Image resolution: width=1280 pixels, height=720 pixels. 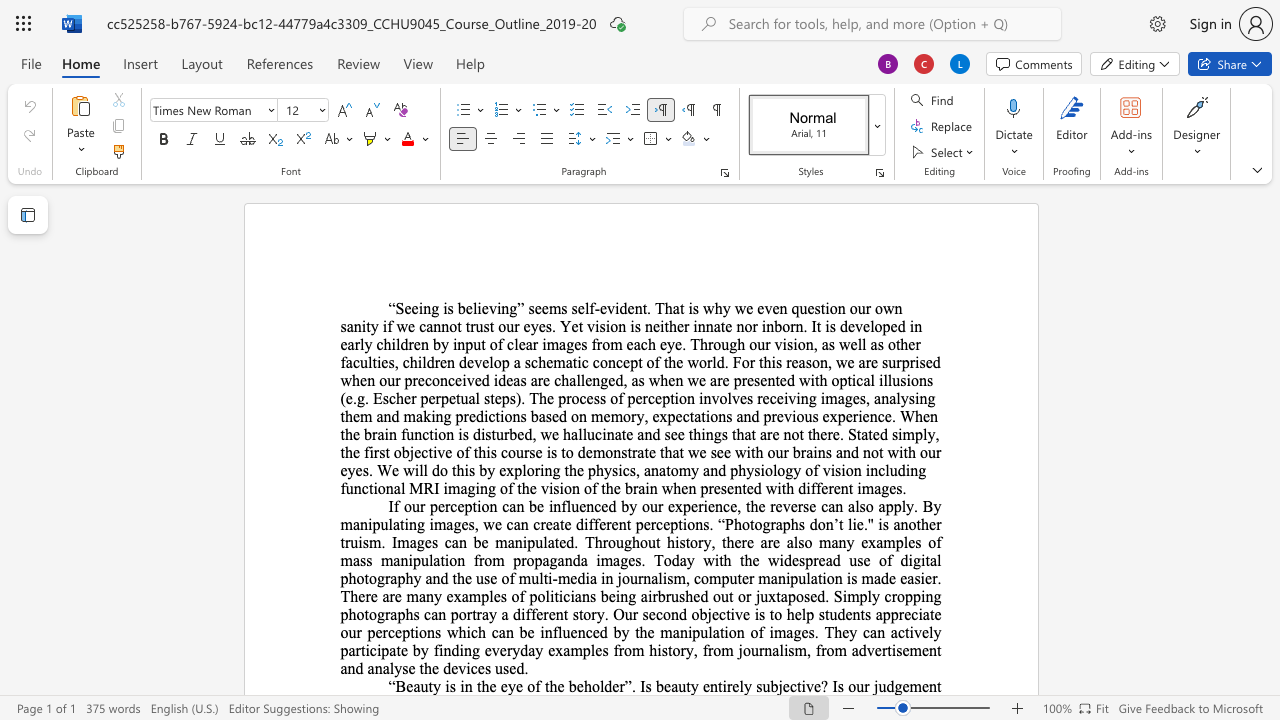 What do you see at coordinates (450, 380) in the screenshot?
I see `the 12th character "c" in the text` at bounding box center [450, 380].